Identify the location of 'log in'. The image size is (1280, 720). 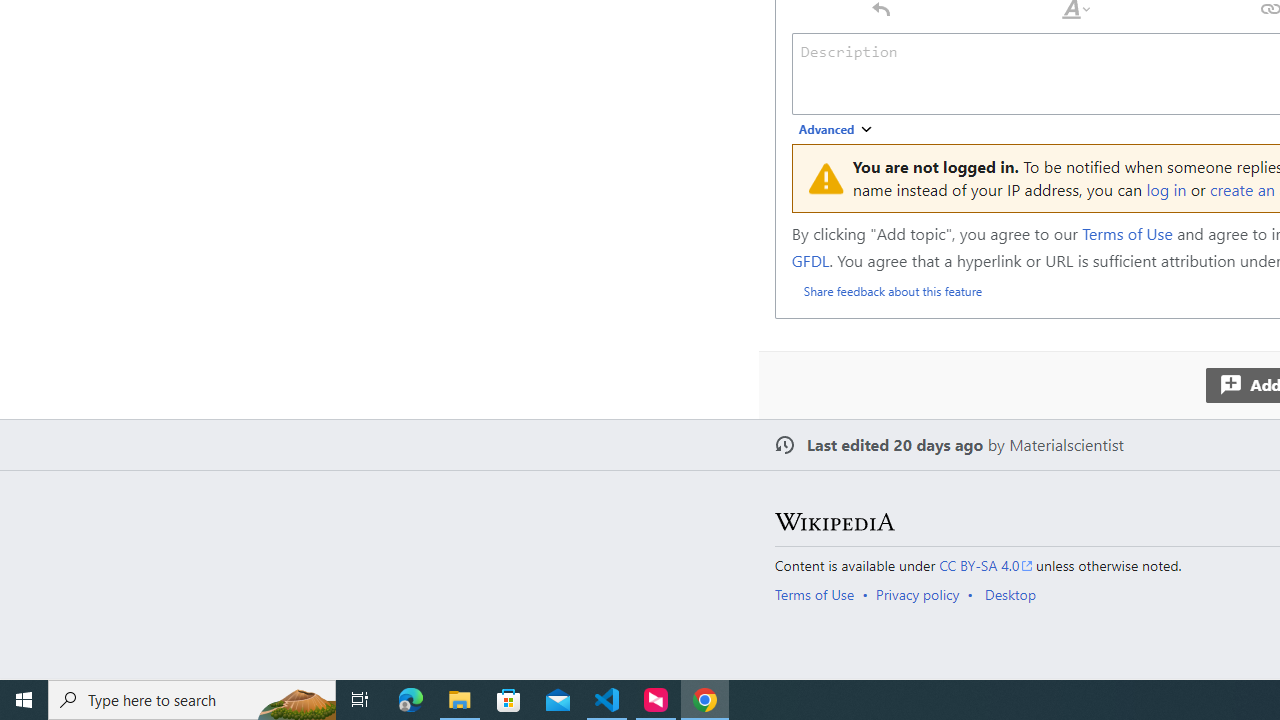
(1166, 189).